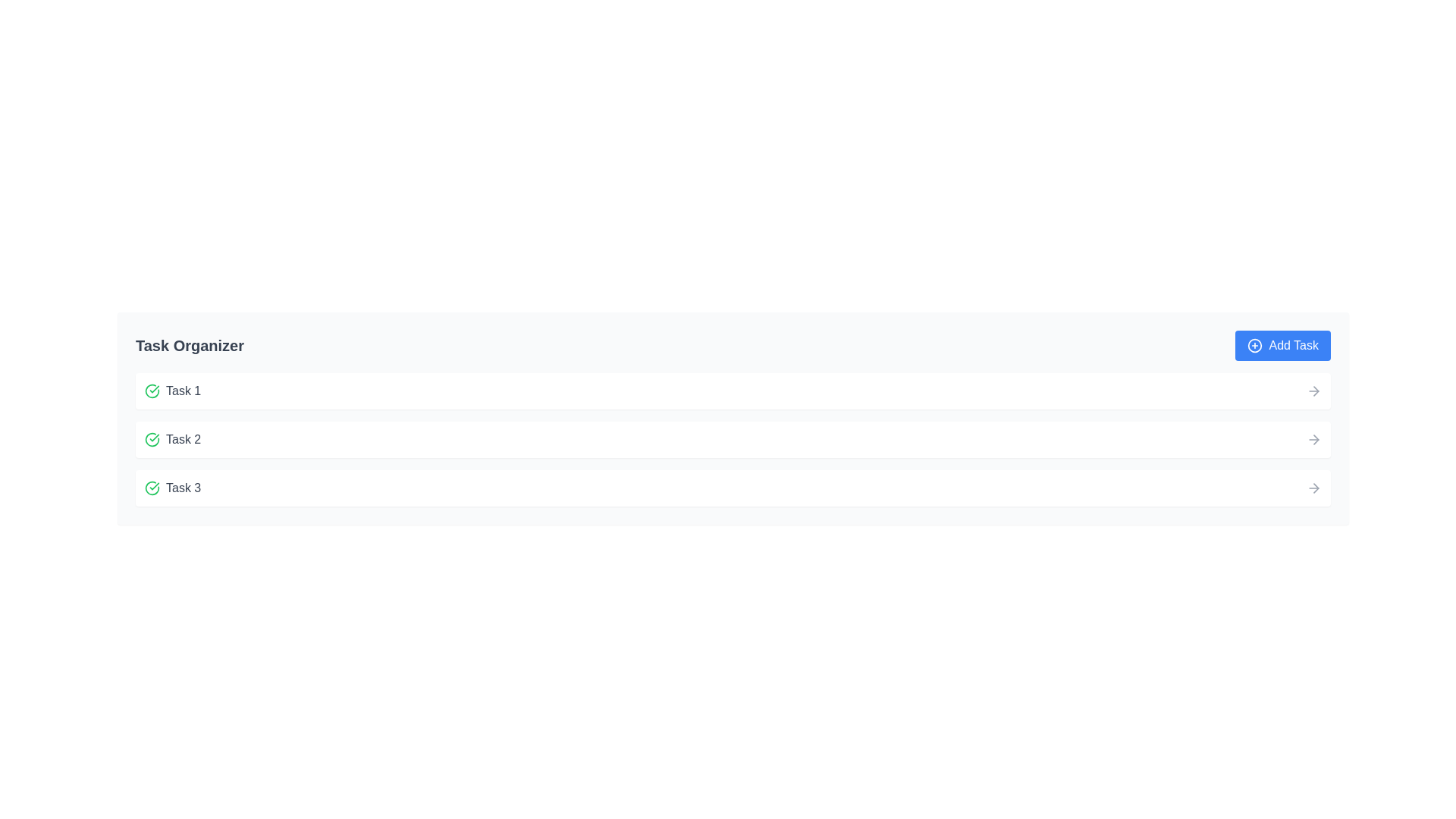  What do you see at coordinates (183, 439) in the screenshot?
I see `the text label 'Task 2'` at bounding box center [183, 439].